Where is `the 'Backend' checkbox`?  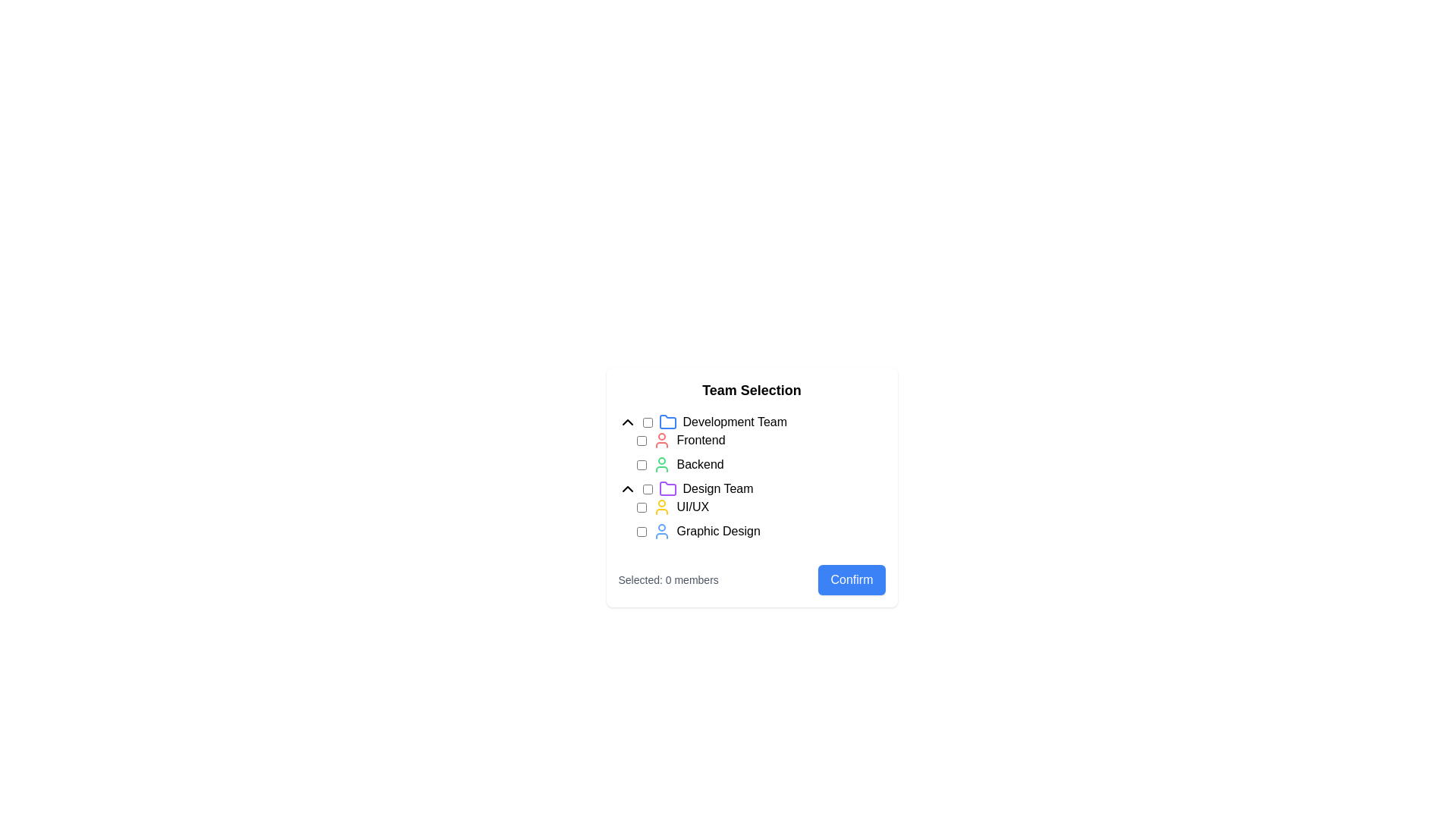
the 'Backend' checkbox is located at coordinates (641, 464).